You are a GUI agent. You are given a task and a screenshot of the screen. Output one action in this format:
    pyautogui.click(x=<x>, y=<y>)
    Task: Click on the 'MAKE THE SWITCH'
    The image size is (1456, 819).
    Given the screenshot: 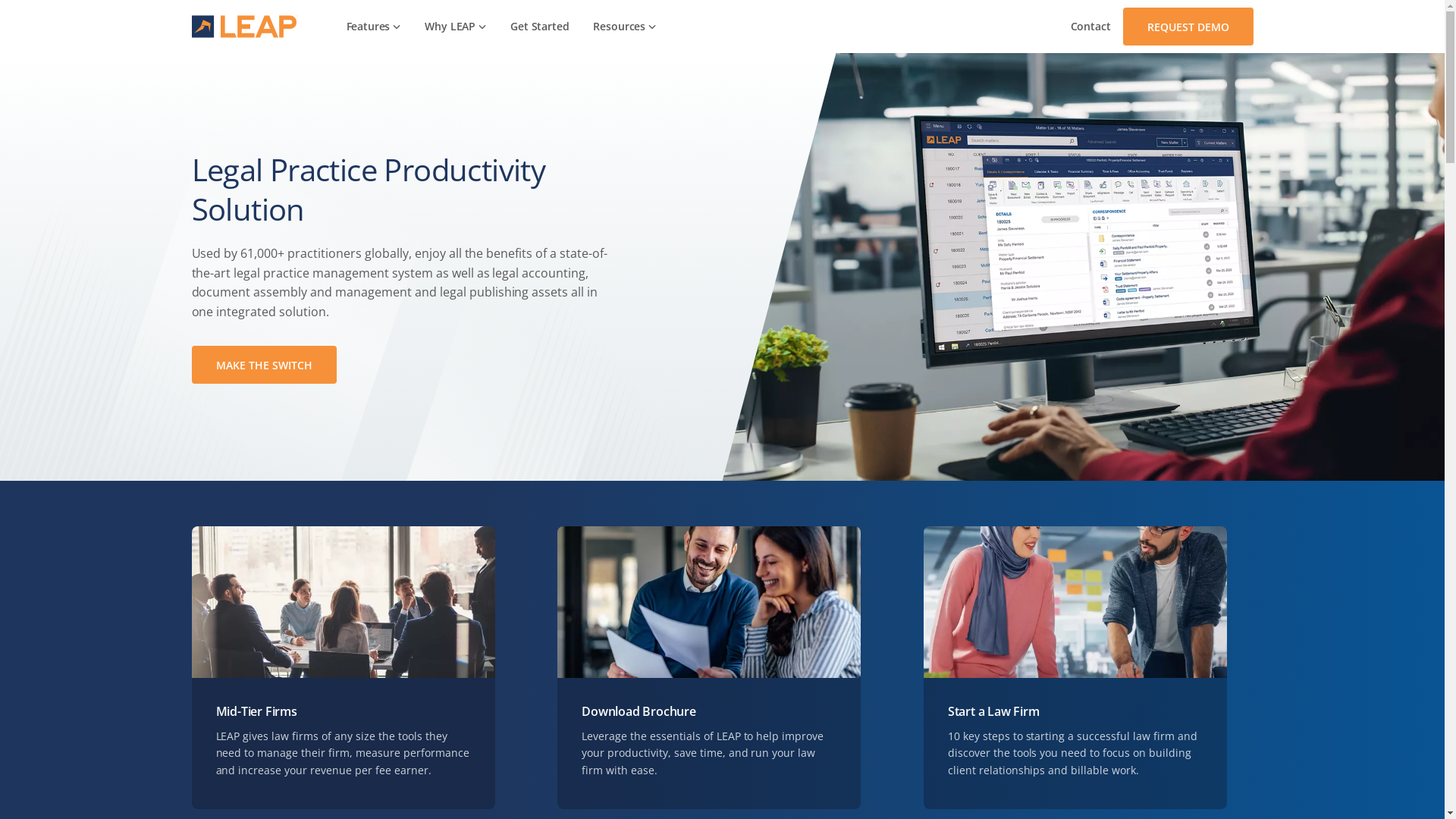 What is the action you would take?
    pyautogui.click(x=190, y=365)
    